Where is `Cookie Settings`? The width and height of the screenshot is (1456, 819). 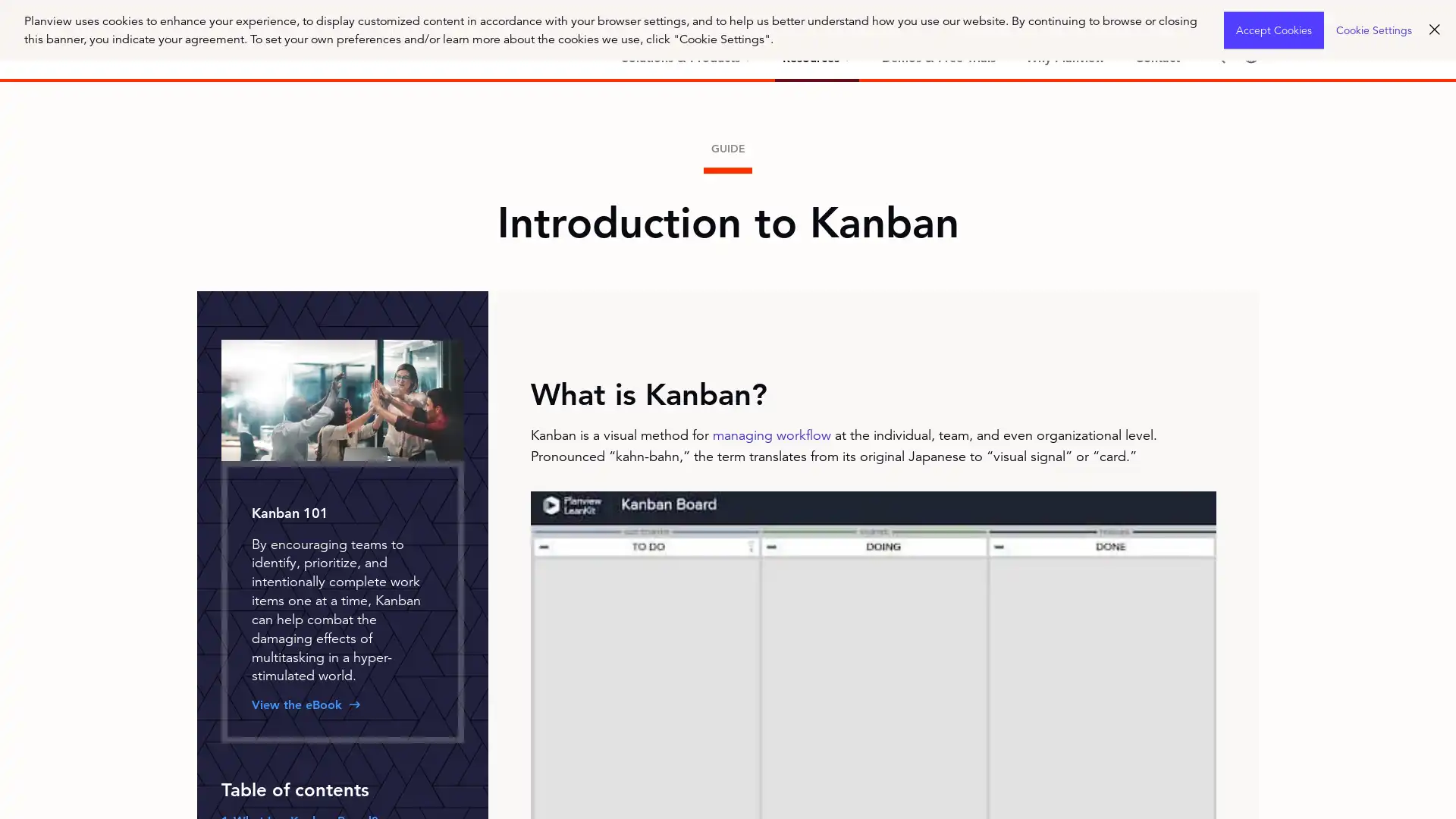 Cookie Settings is located at coordinates (1374, 30).